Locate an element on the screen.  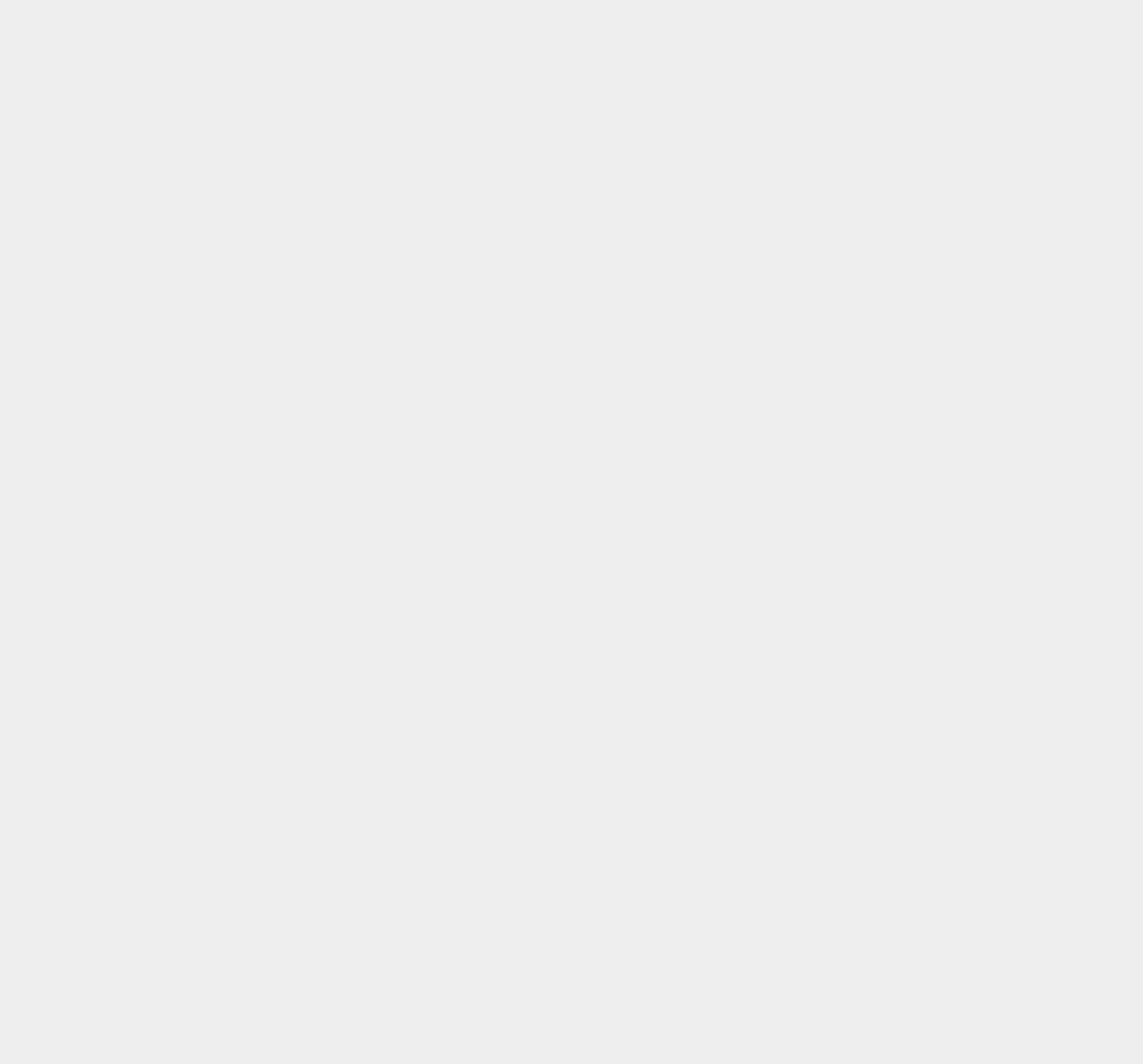
'Toshiba Satellite' is located at coordinates (858, 496).